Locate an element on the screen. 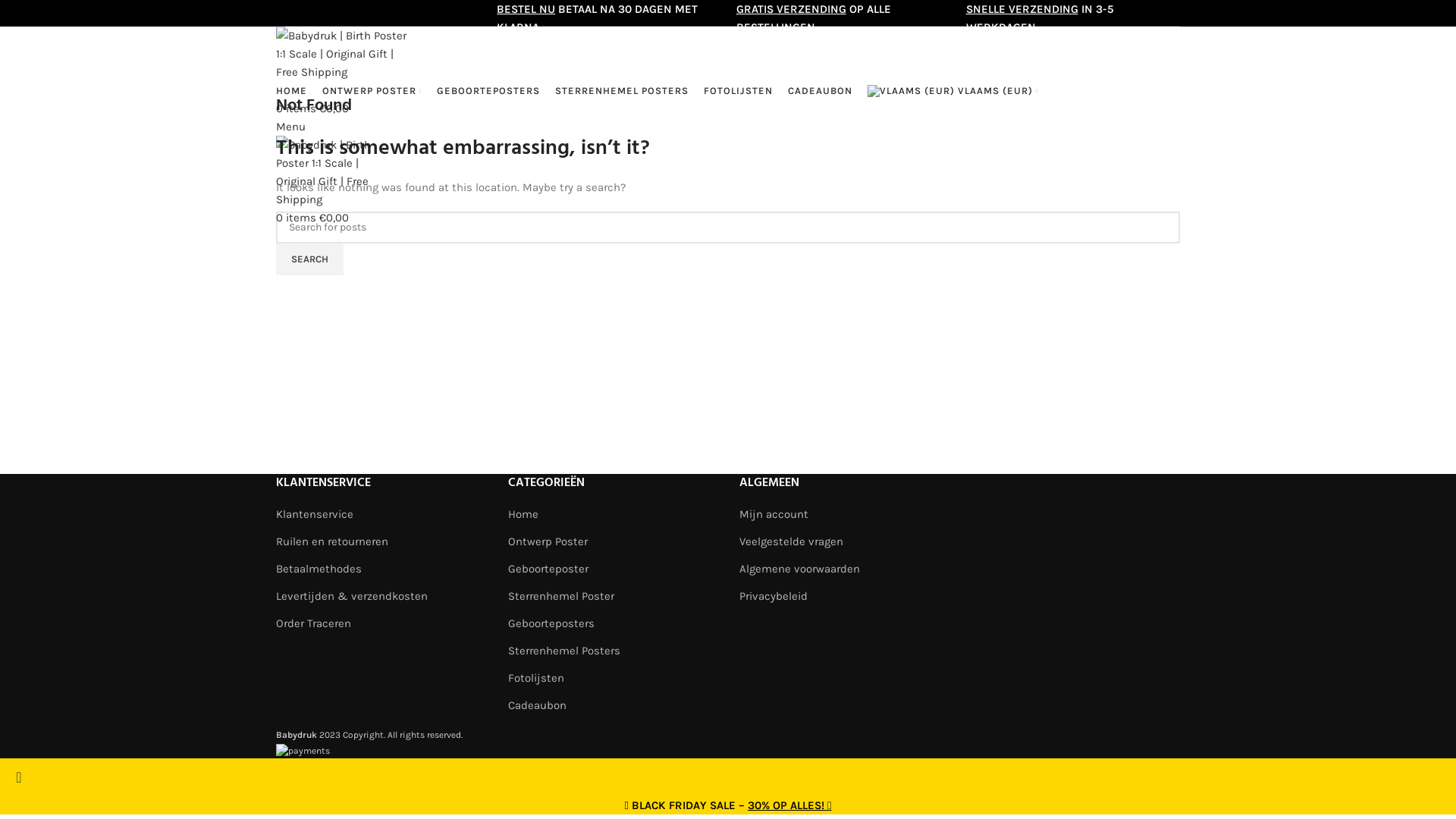 The width and height of the screenshot is (1456, 819). 'HOME' is located at coordinates (291, 90).